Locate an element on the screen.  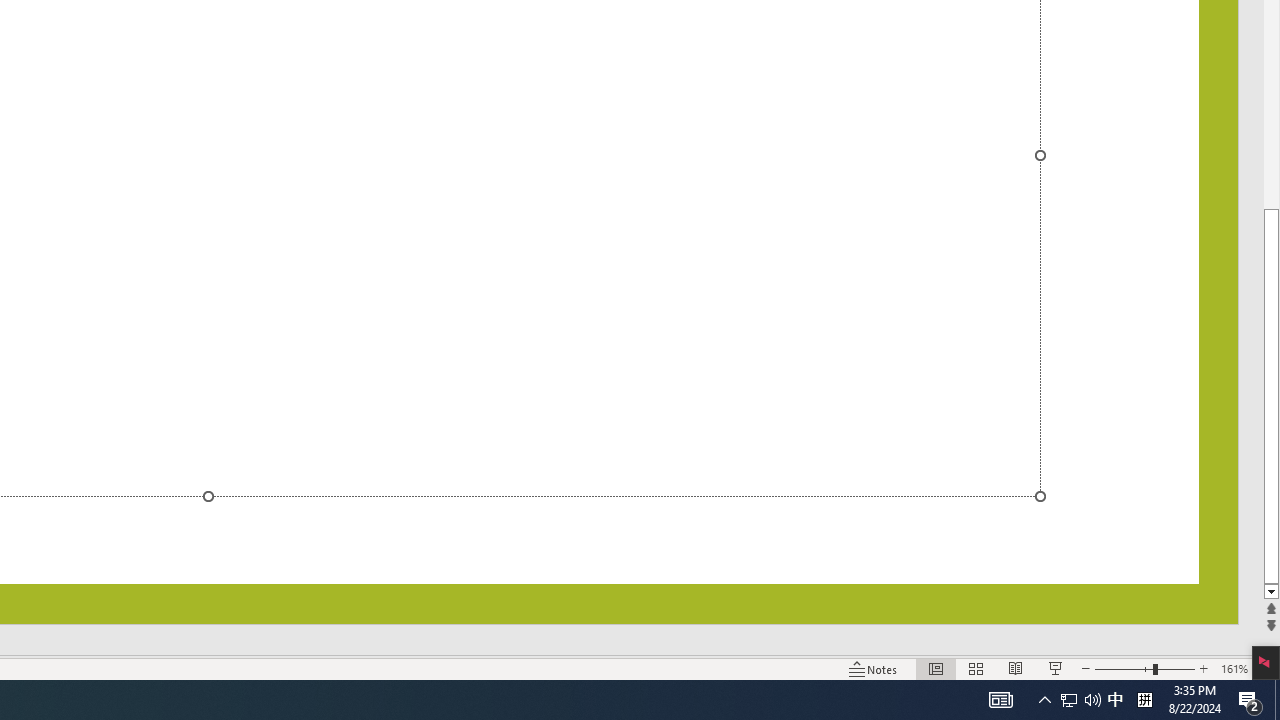
'Zoom 161%' is located at coordinates (1233, 669).